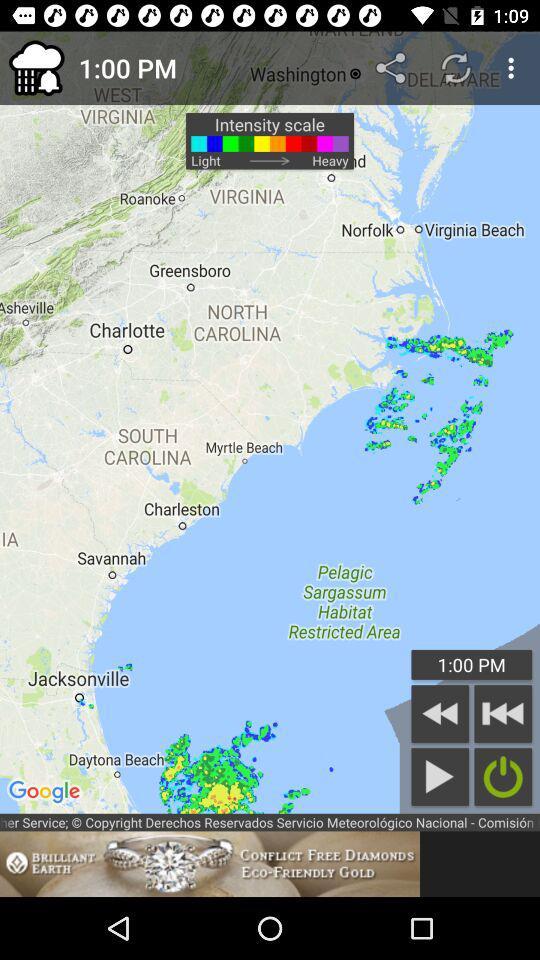 This screenshot has height=960, width=540. What do you see at coordinates (440, 713) in the screenshot?
I see `rewind` at bounding box center [440, 713].